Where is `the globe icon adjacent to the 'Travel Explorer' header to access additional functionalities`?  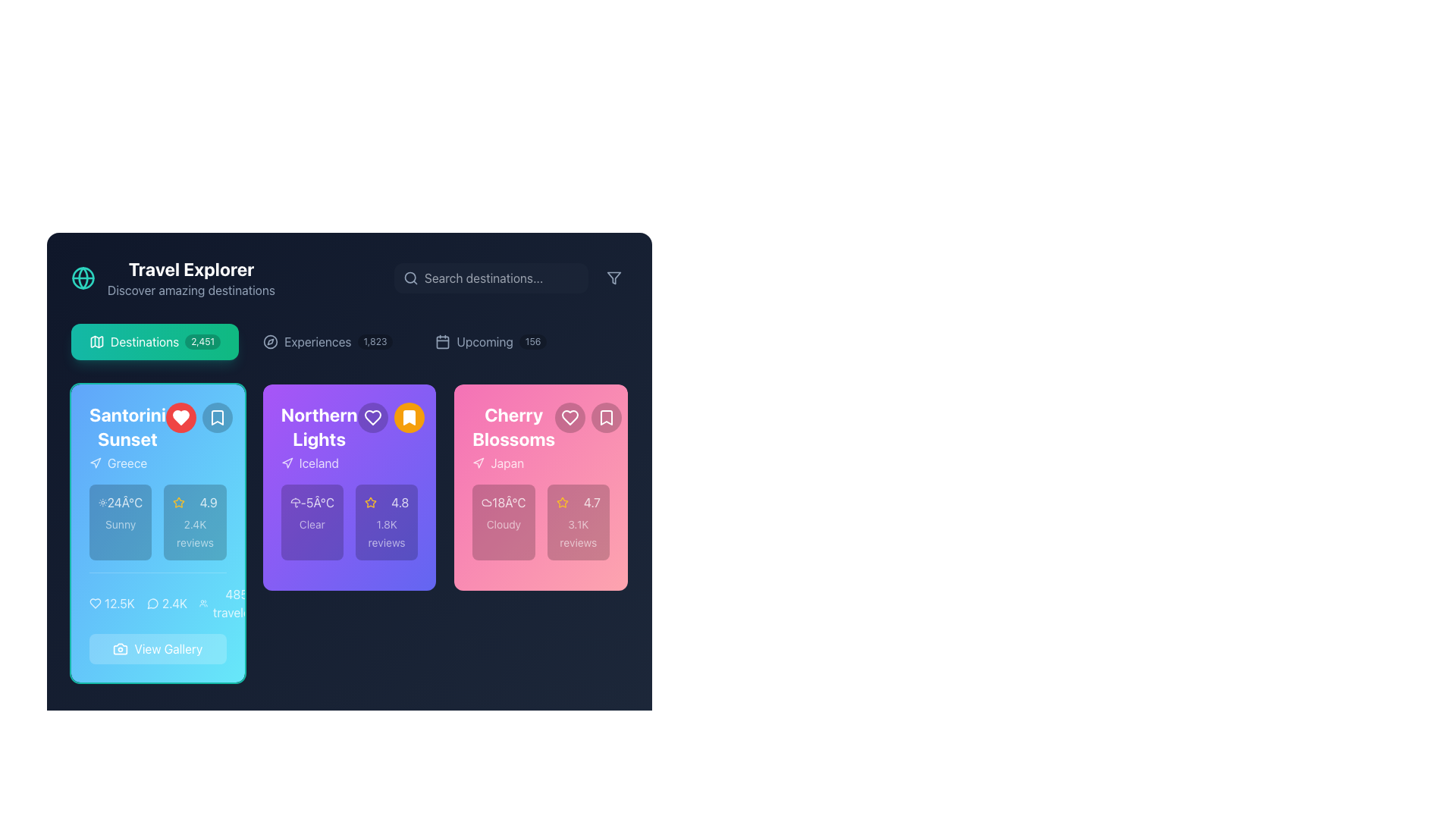 the globe icon adjacent to the 'Travel Explorer' header to access additional functionalities is located at coordinates (173, 278).